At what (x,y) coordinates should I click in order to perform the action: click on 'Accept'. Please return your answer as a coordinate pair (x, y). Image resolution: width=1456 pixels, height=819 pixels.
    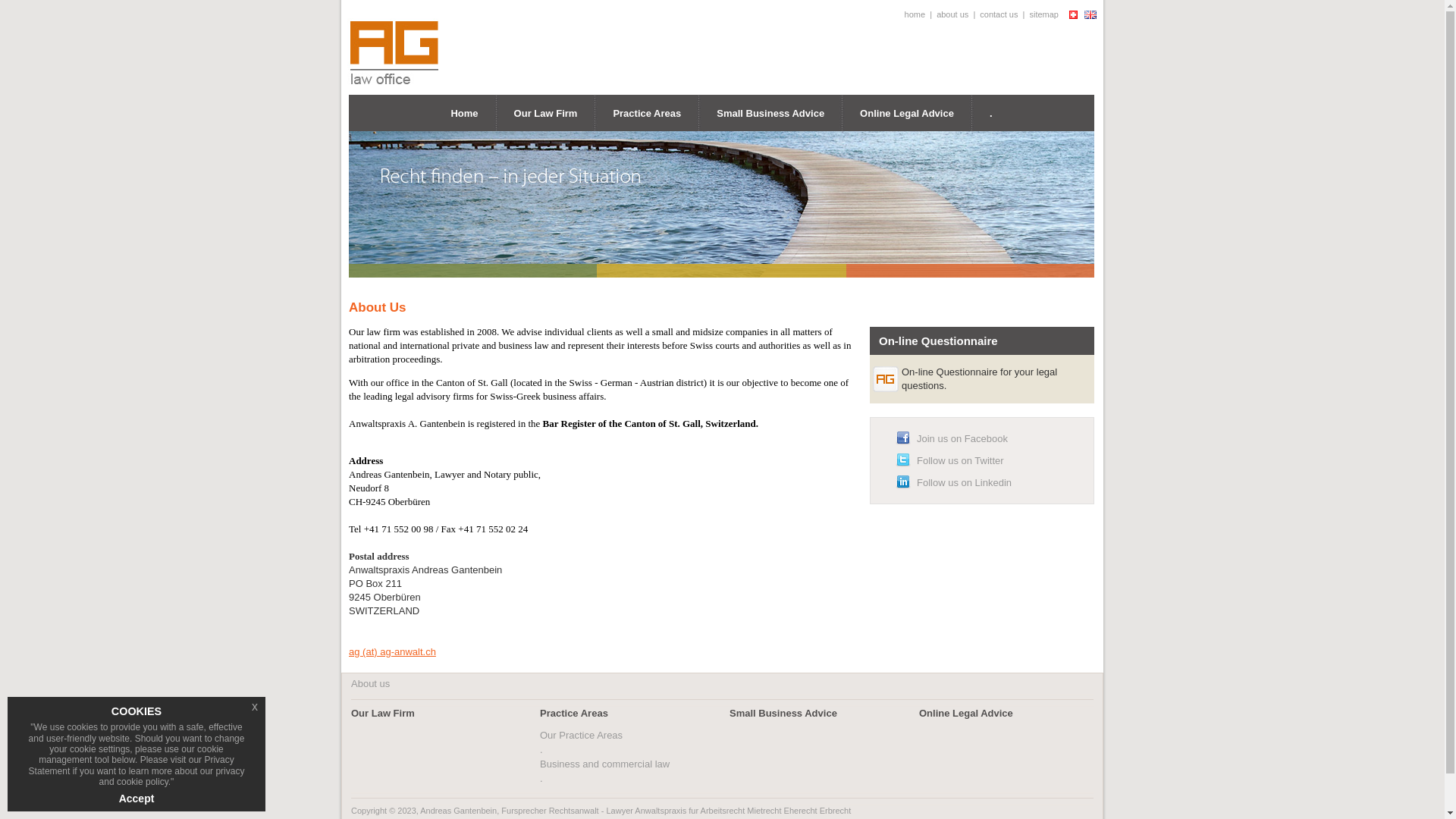
    Looking at the image, I should click on (136, 798).